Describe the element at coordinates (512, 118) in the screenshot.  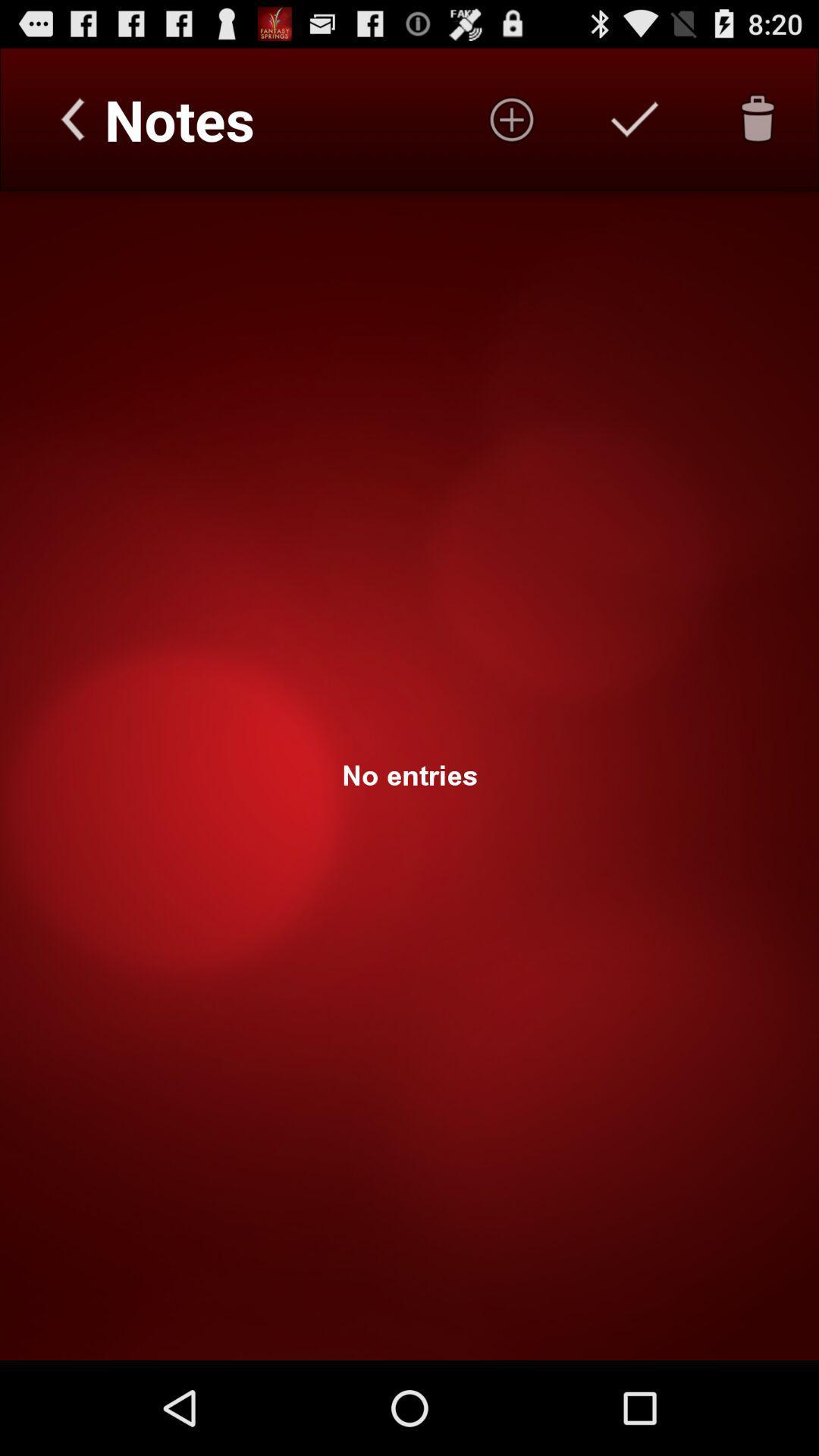
I see `notes` at that location.